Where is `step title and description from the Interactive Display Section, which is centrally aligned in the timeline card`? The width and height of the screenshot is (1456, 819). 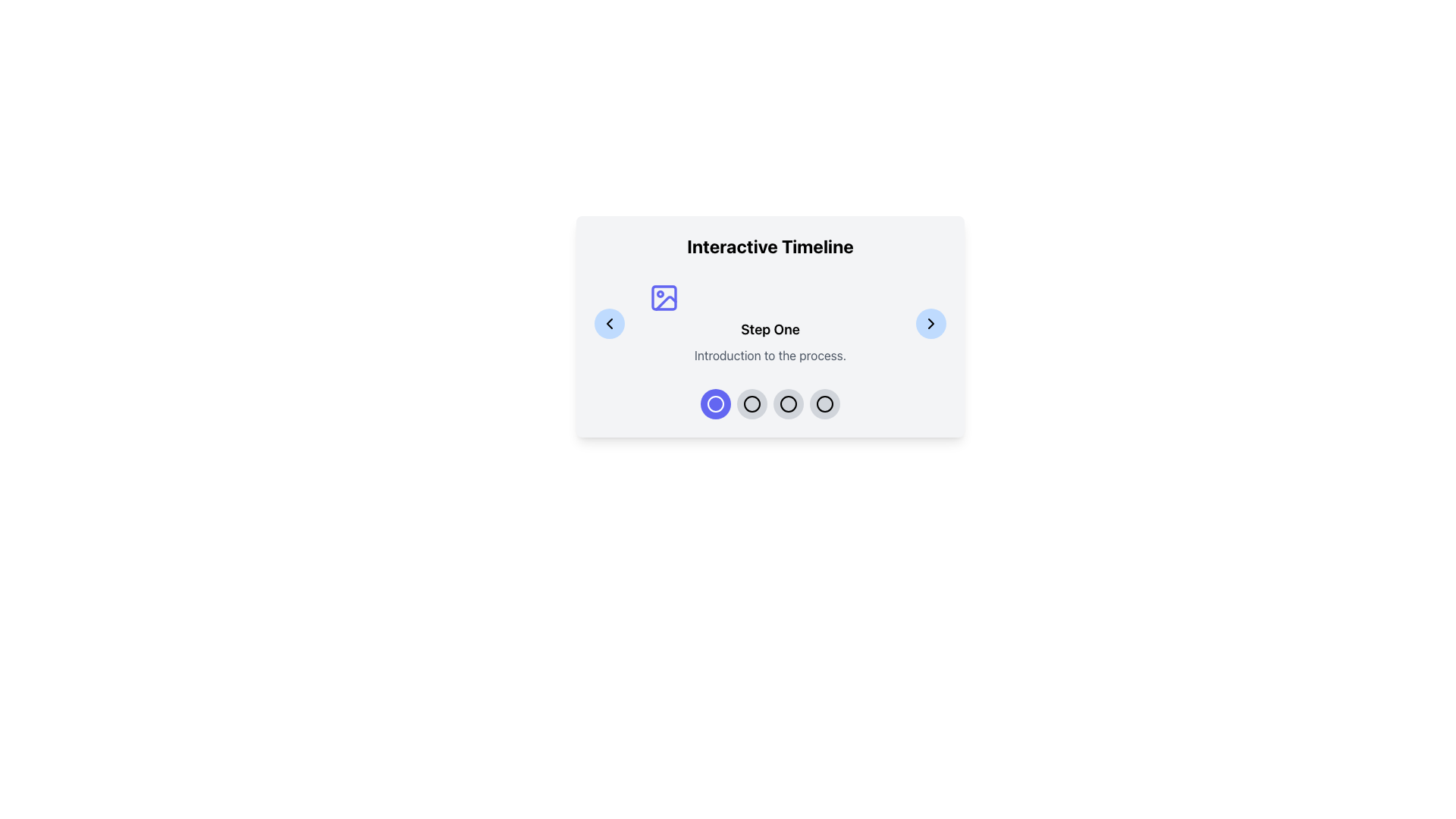 step title and description from the Interactive Display Section, which is centrally aligned in the timeline card is located at coordinates (770, 323).